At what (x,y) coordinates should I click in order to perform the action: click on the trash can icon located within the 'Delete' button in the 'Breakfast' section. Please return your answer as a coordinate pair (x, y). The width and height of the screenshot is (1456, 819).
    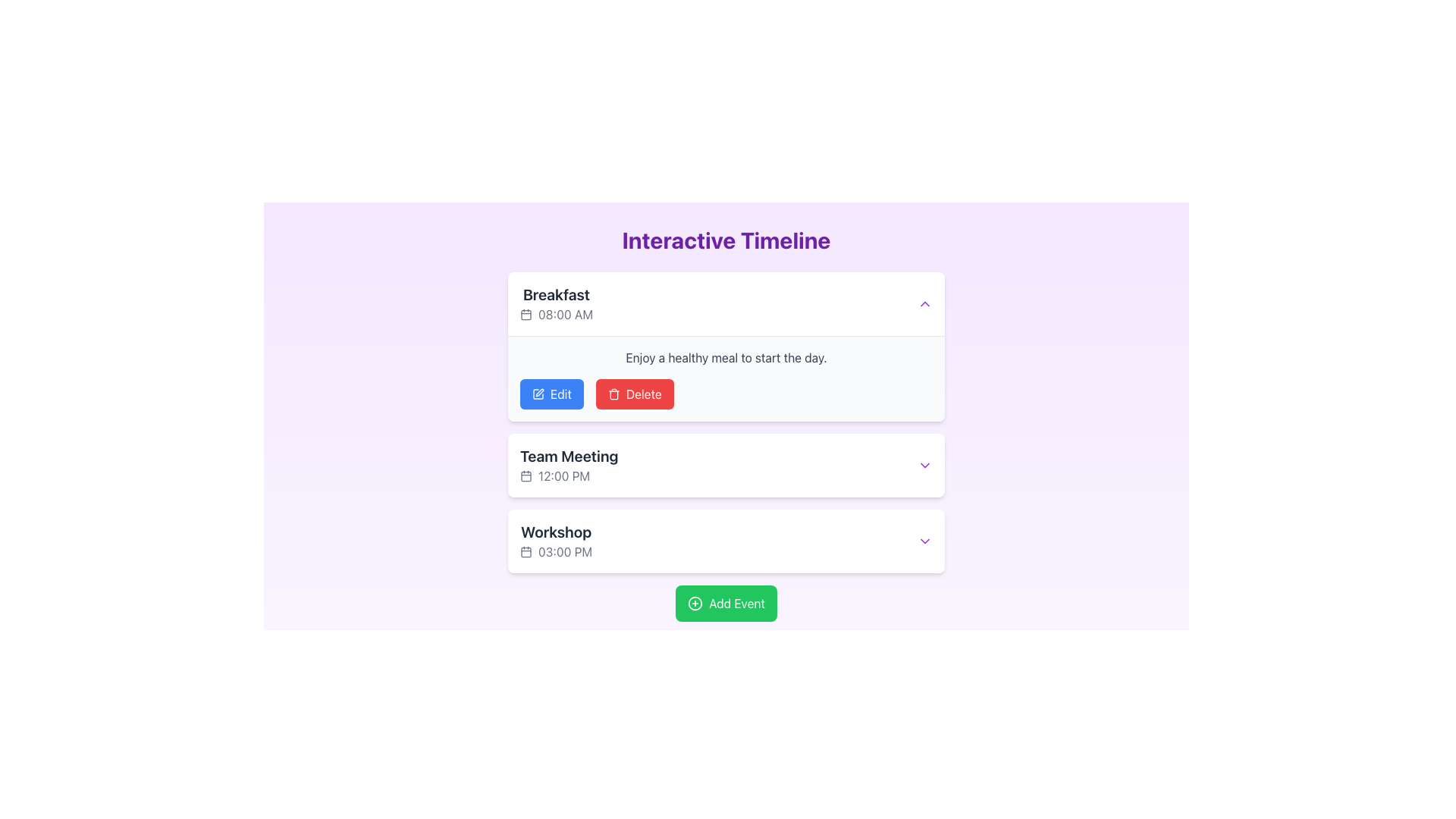
    Looking at the image, I should click on (613, 394).